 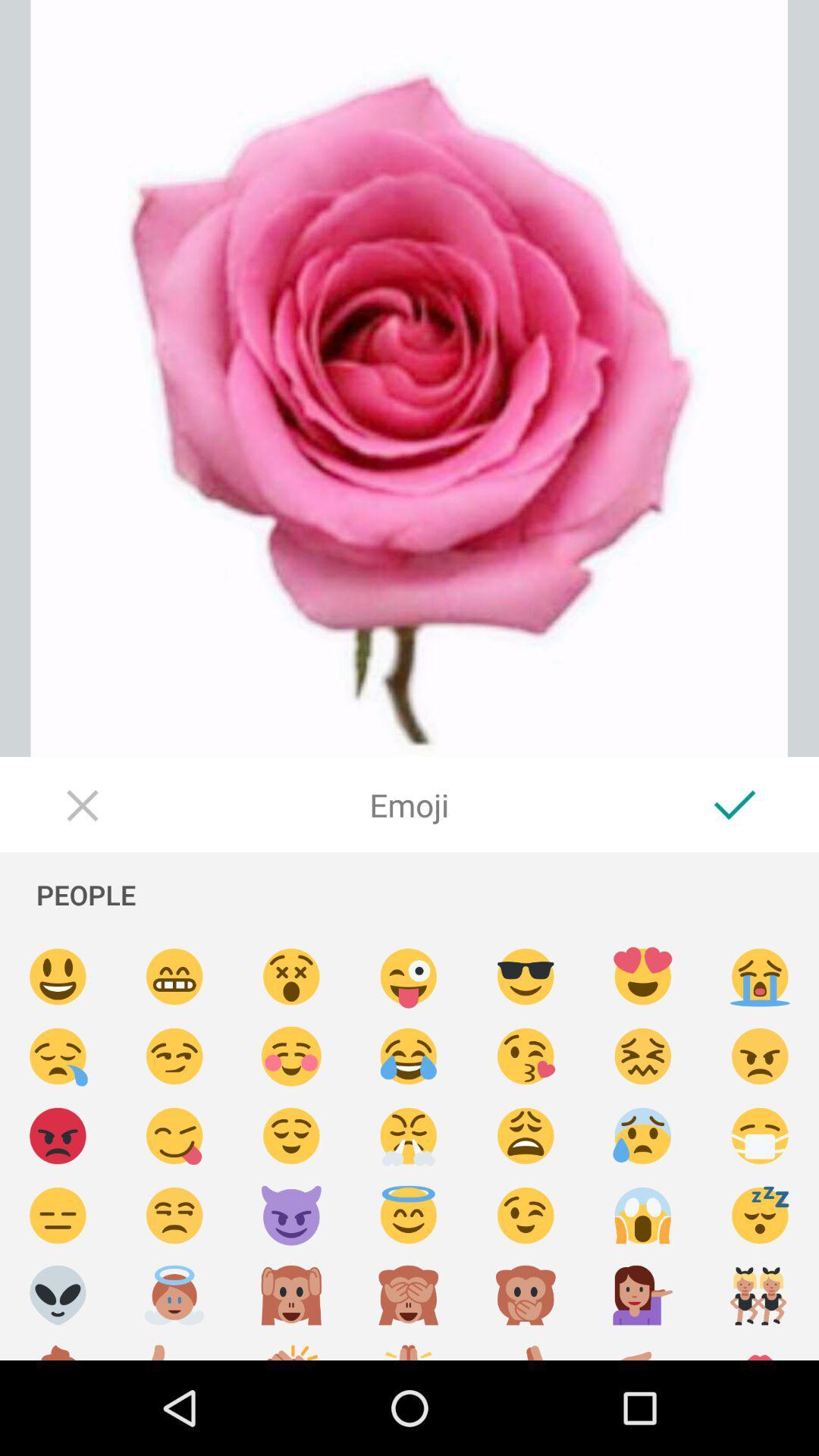 I want to click on insert emoji, so click(x=525, y=1136).